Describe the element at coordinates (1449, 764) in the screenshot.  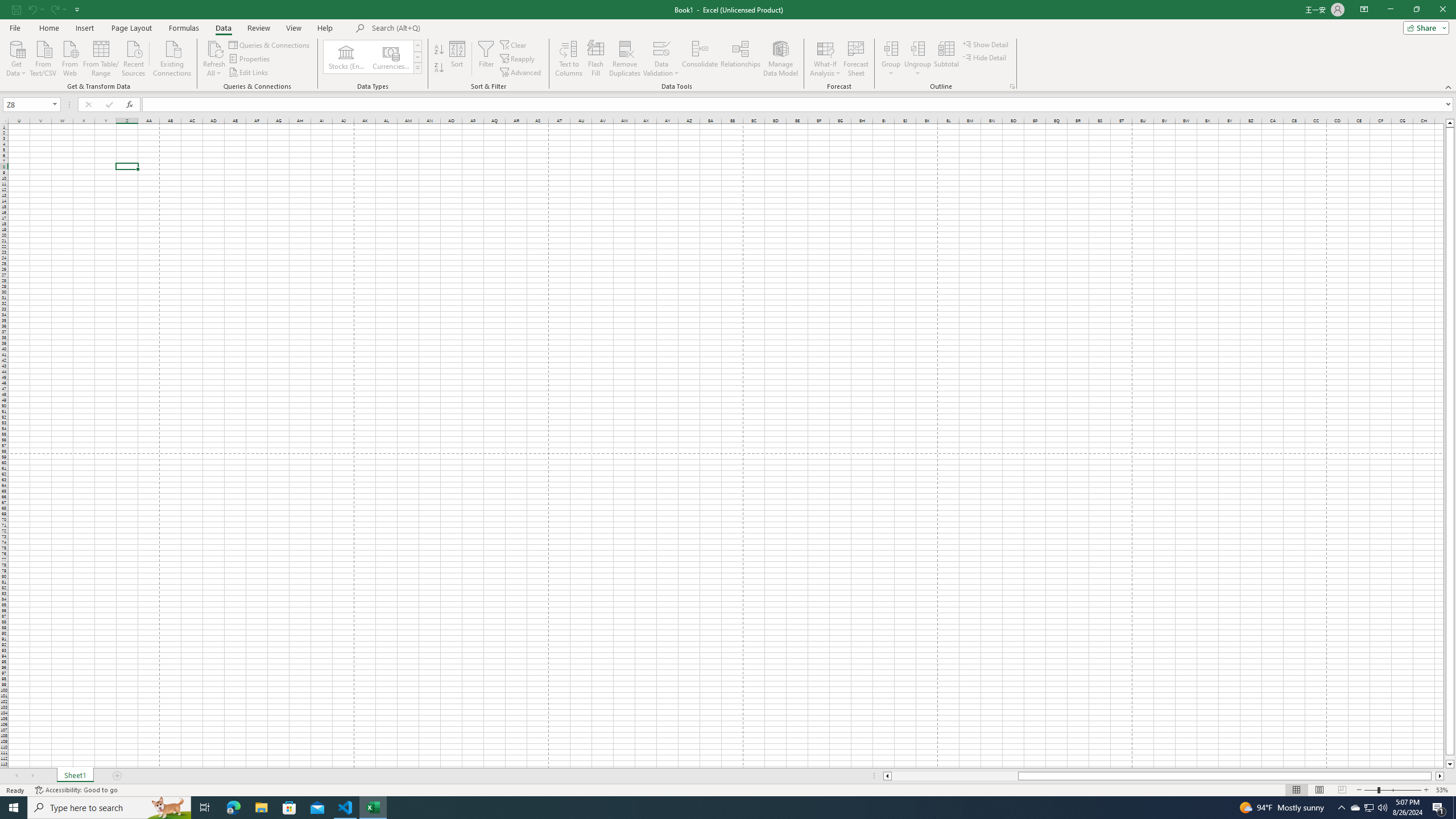
I see `'Line down'` at that location.